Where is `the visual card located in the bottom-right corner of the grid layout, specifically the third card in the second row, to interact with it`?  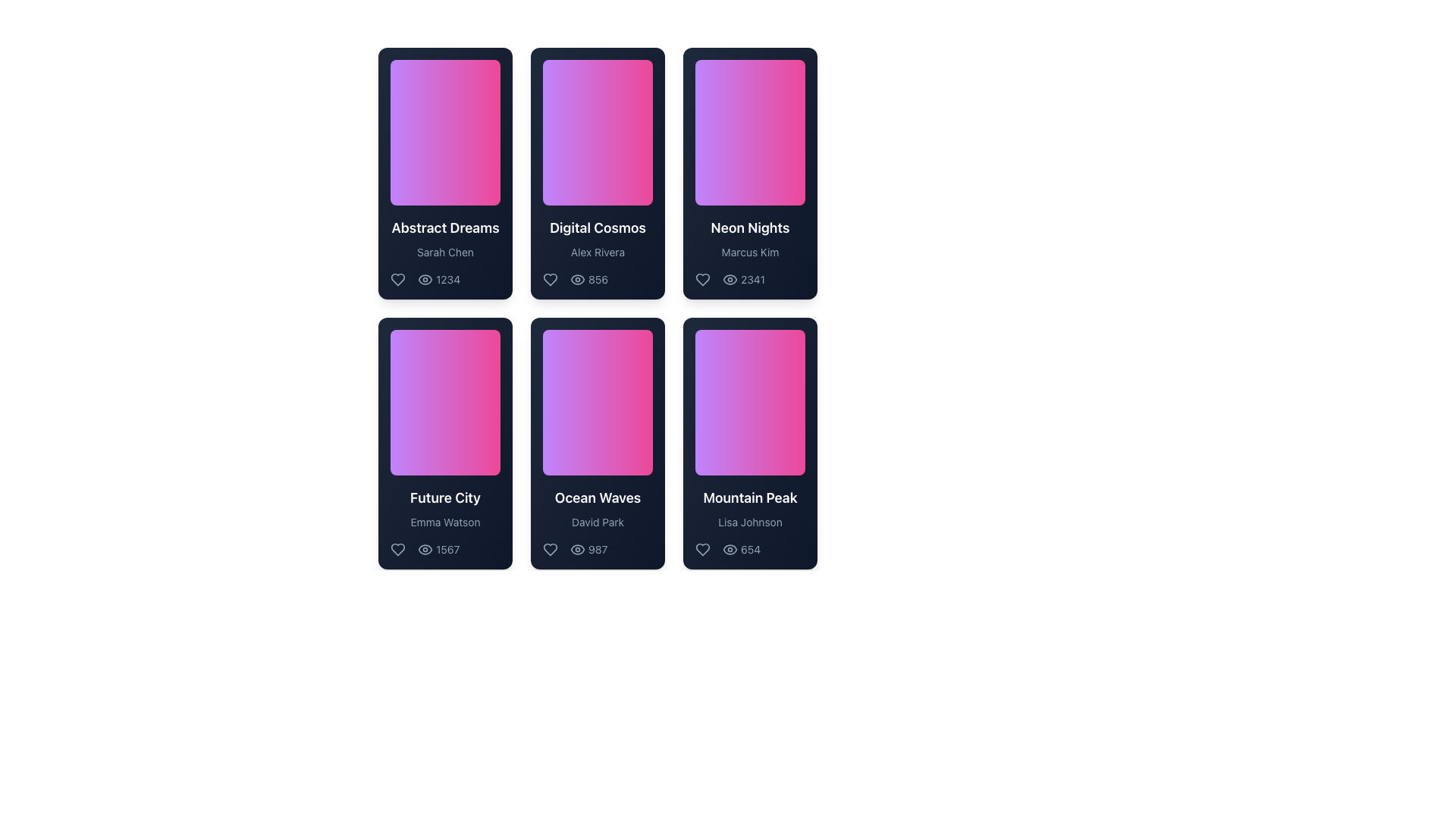 the visual card located in the bottom-right corner of the grid layout, specifically the third card in the second row, to interact with it is located at coordinates (750, 444).